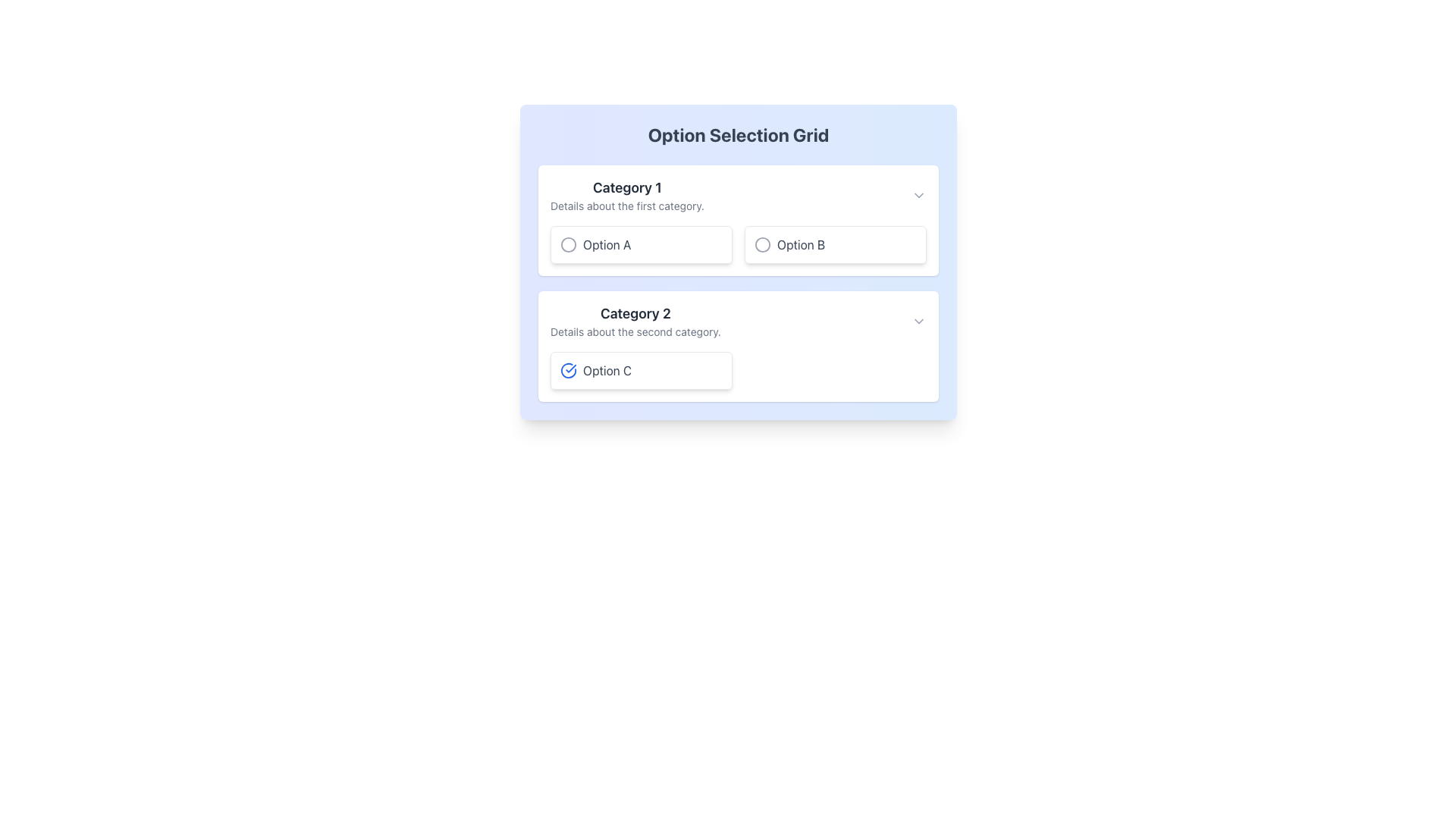 The width and height of the screenshot is (1456, 819). Describe the element at coordinates (567, 244) in the screenshot. I see `the circular icon with a gray outline representing an unselected status, located to the left of the text labeled 'Option A'` at that location.